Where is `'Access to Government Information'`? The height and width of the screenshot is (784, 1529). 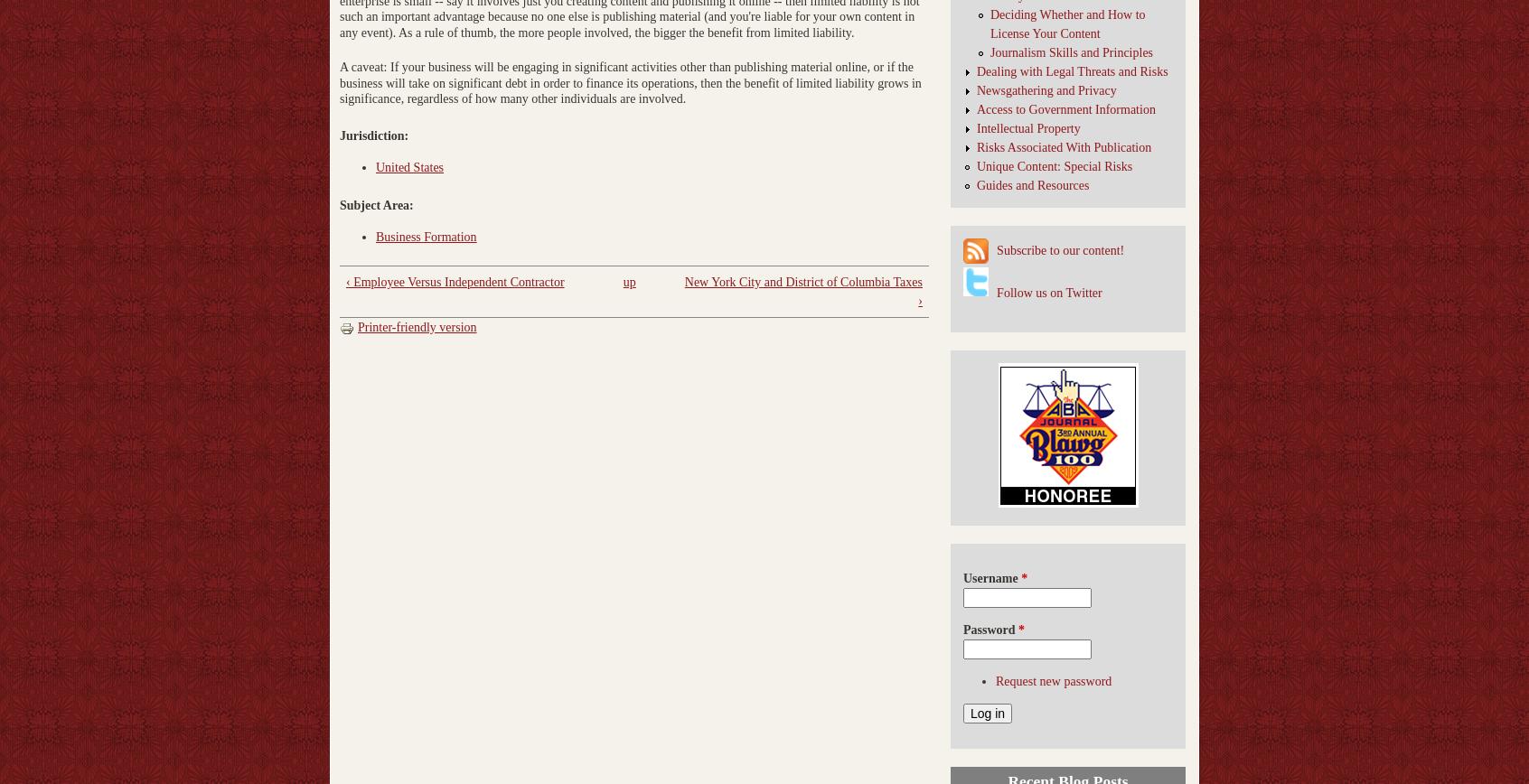
'Access to Government Information' is located at coordinates (1065, 108).